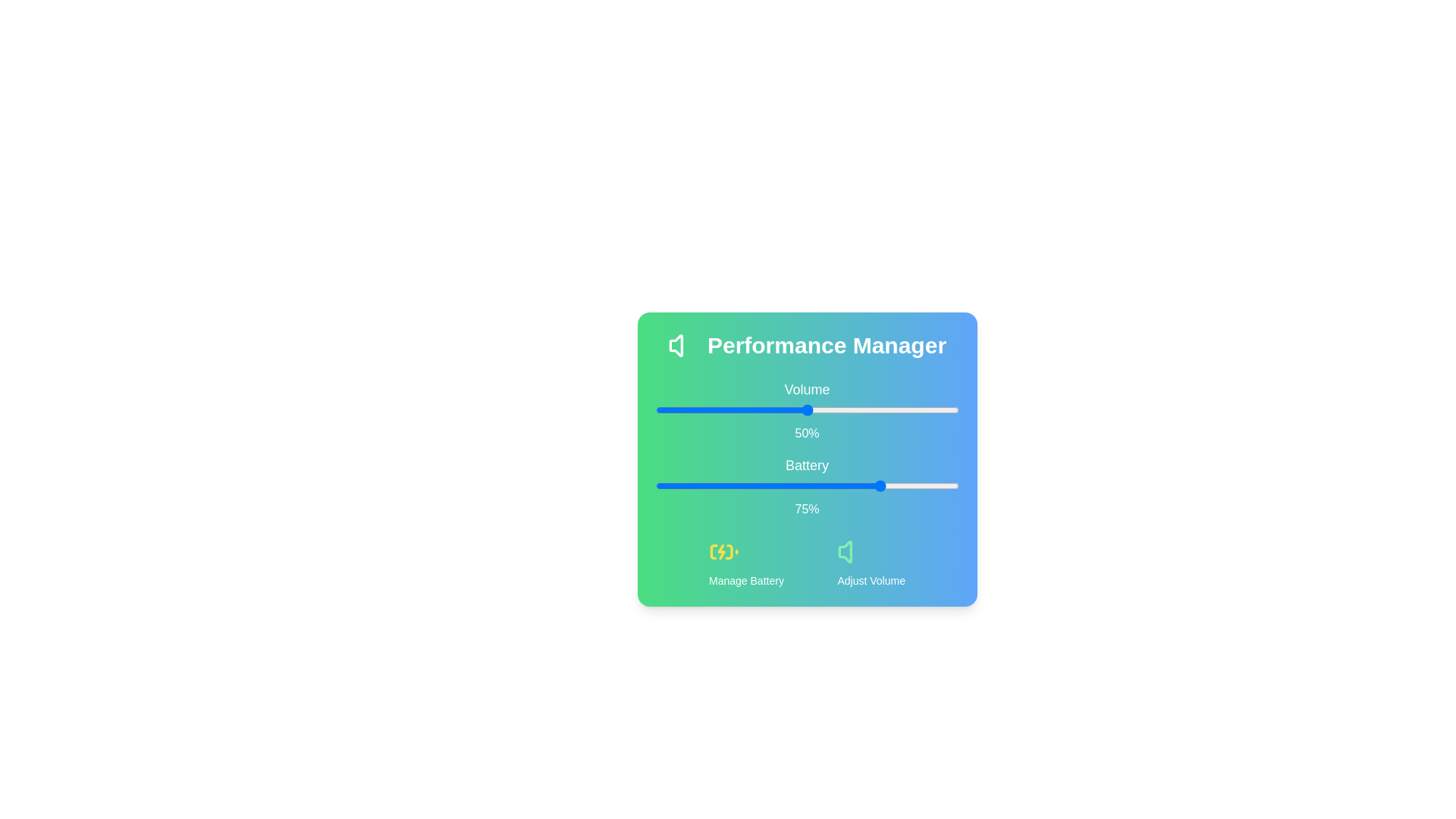 Image resolution: width=1456 pixels, height=819 pixels. I want to click on the 0 slider to 4%, so click(667, 409).